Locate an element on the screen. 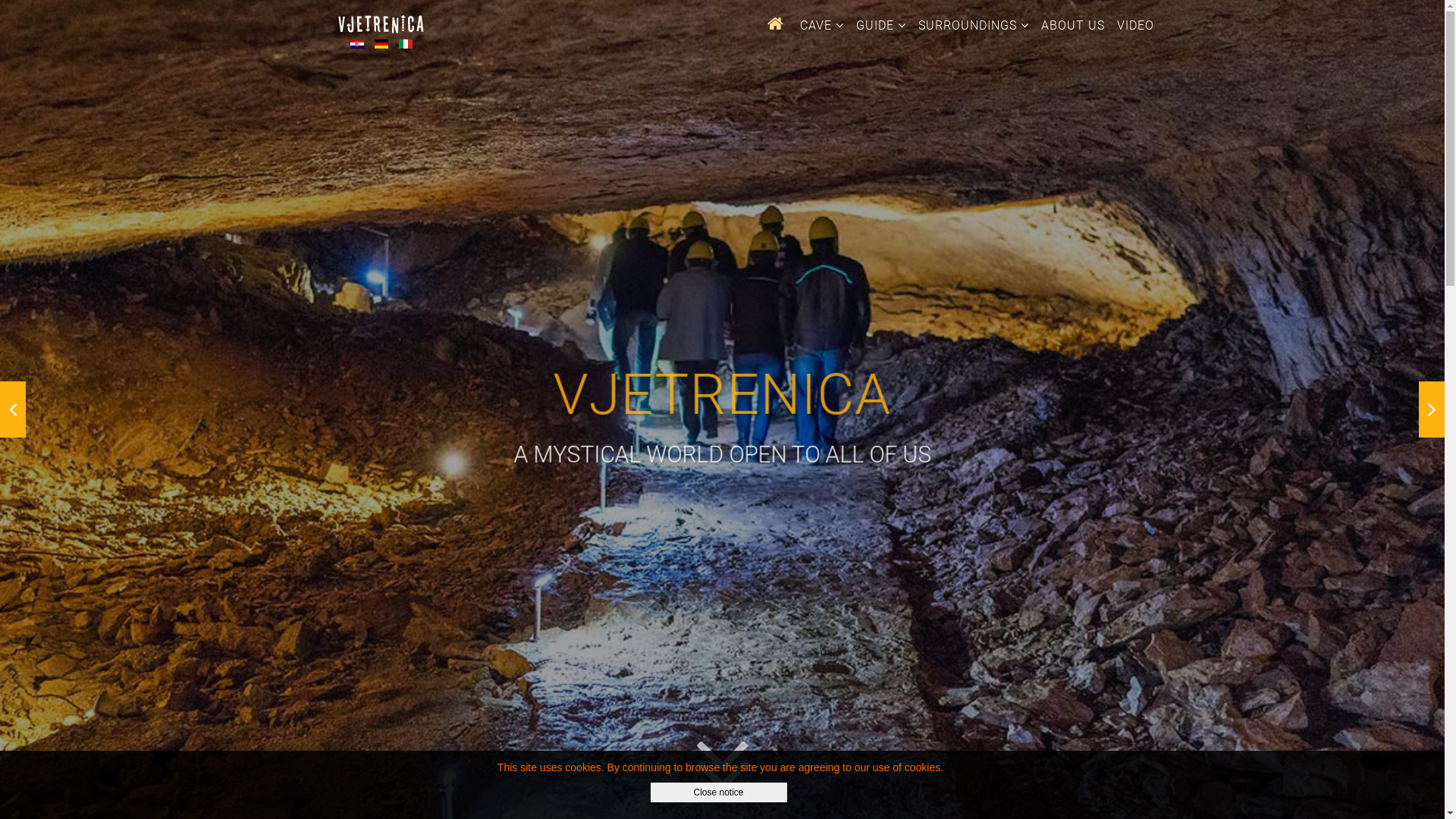  'VIDEO' is located at coordinates (1135, 25).